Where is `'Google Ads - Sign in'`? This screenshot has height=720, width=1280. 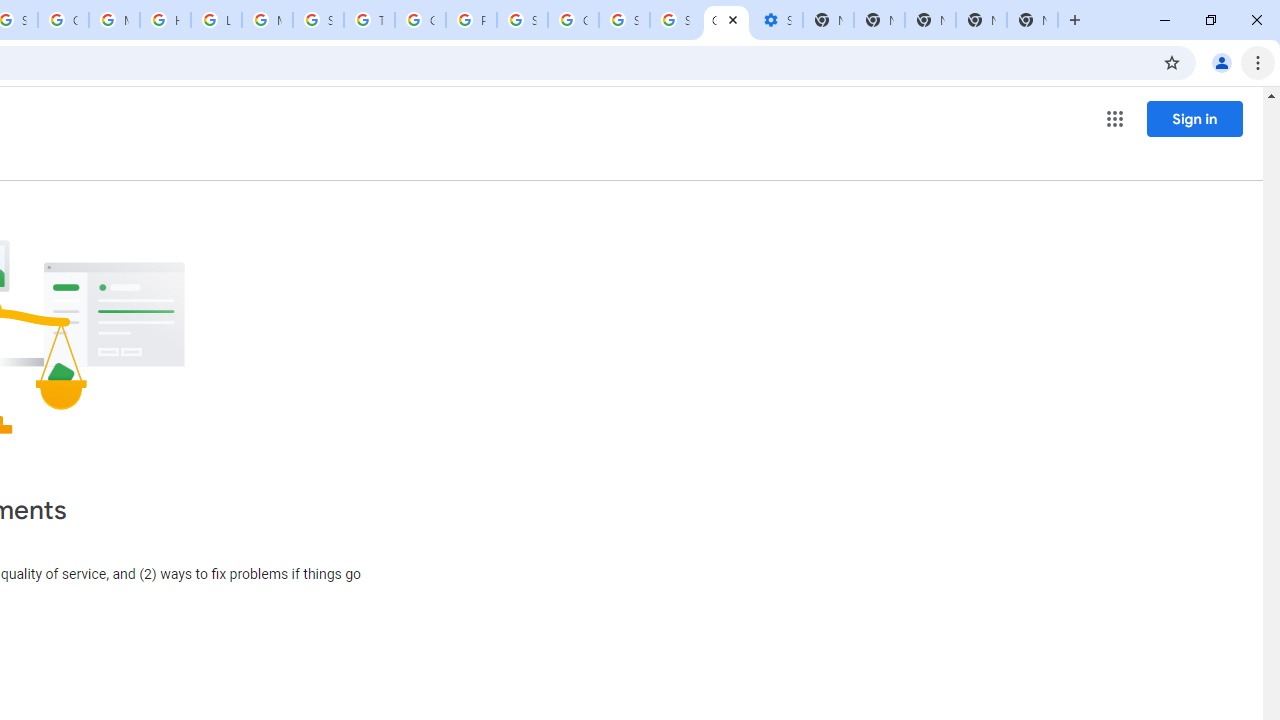
'Google Ads - Sign in' is located at coordinates (419, 20).